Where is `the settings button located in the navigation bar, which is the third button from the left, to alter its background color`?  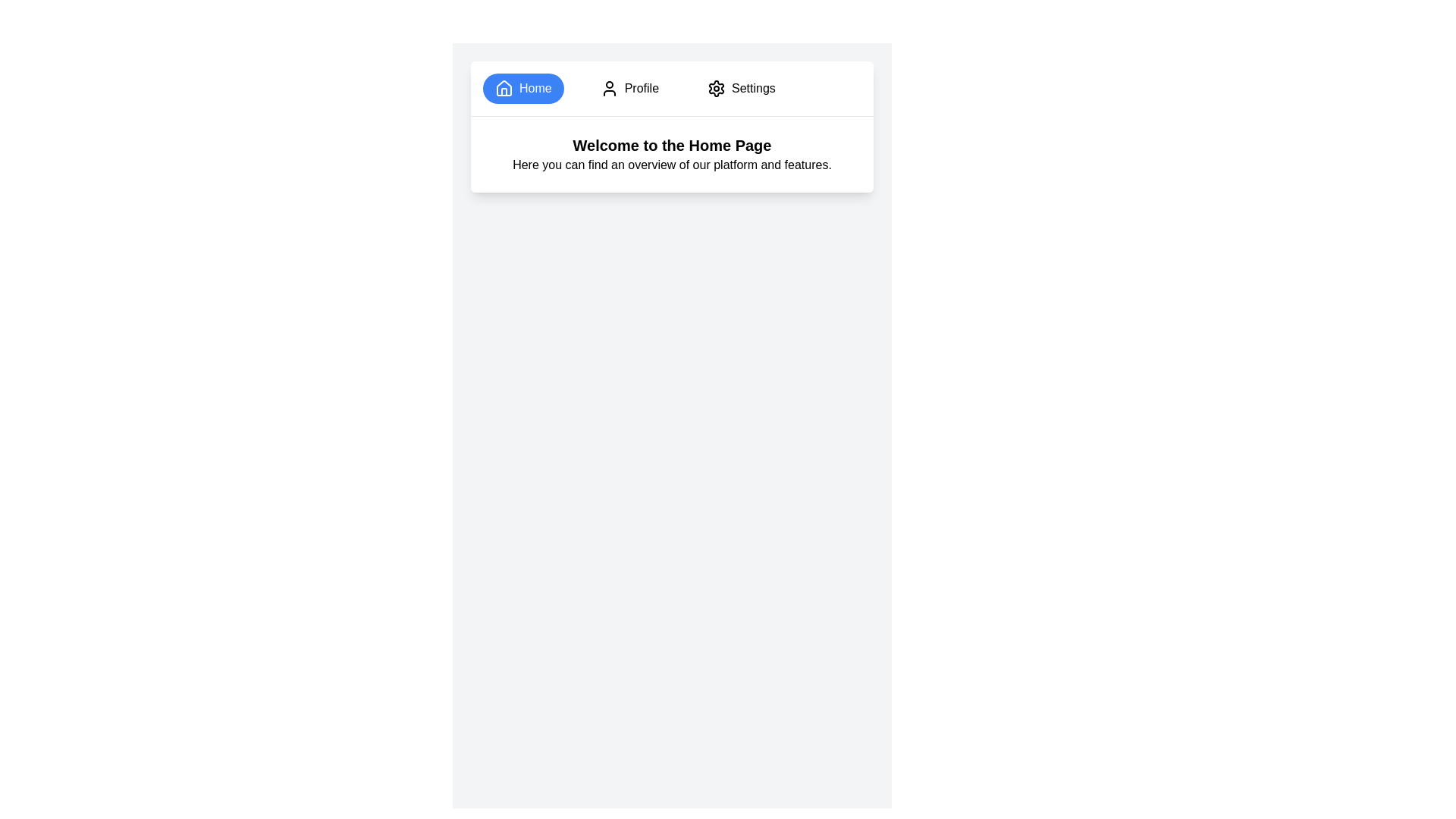
the settings button located in the navigation bar, which is the third button from the left, to alter its background color is located at coordinates (741, 88).